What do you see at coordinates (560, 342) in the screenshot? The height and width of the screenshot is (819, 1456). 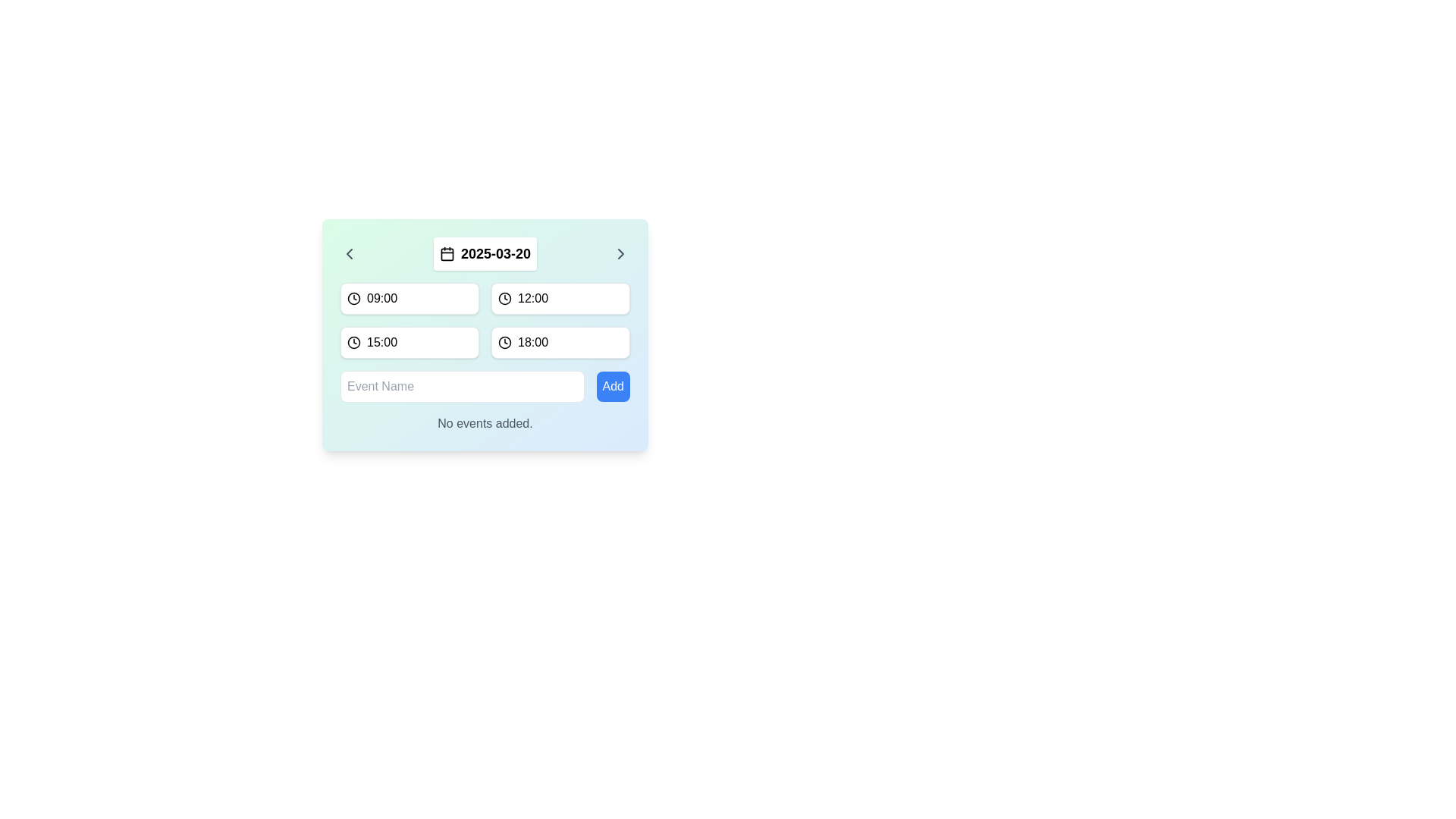 I see `keyboard navigation` at bounding box center [560, 342].